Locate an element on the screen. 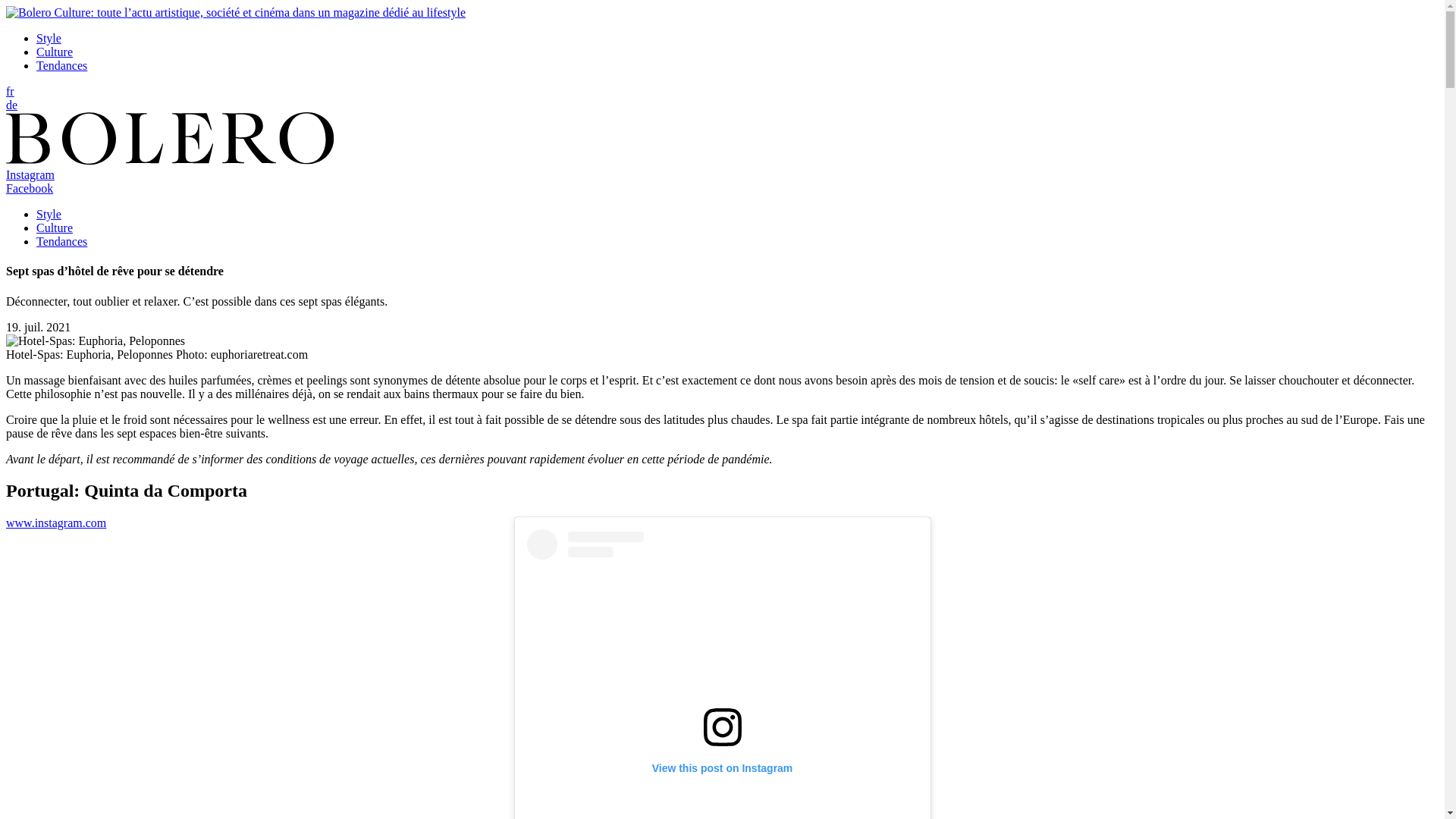 This screenshot has width=1456, height=819. 'Facebook' is located at coordinates (29, 187).